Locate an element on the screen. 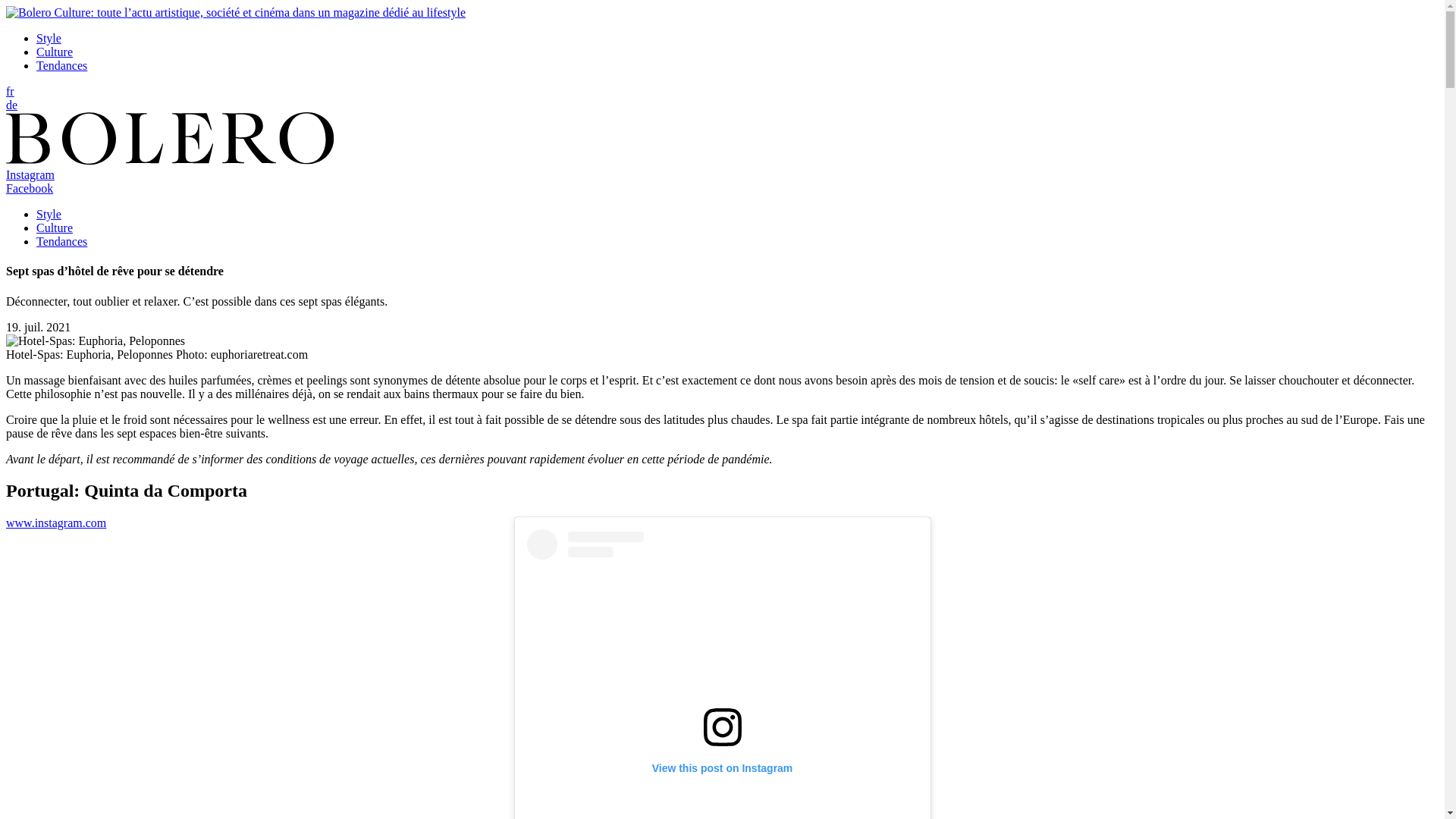 This screenshot has width=1456, height=819. 'Facebook' is located at coordinates (29, 187).